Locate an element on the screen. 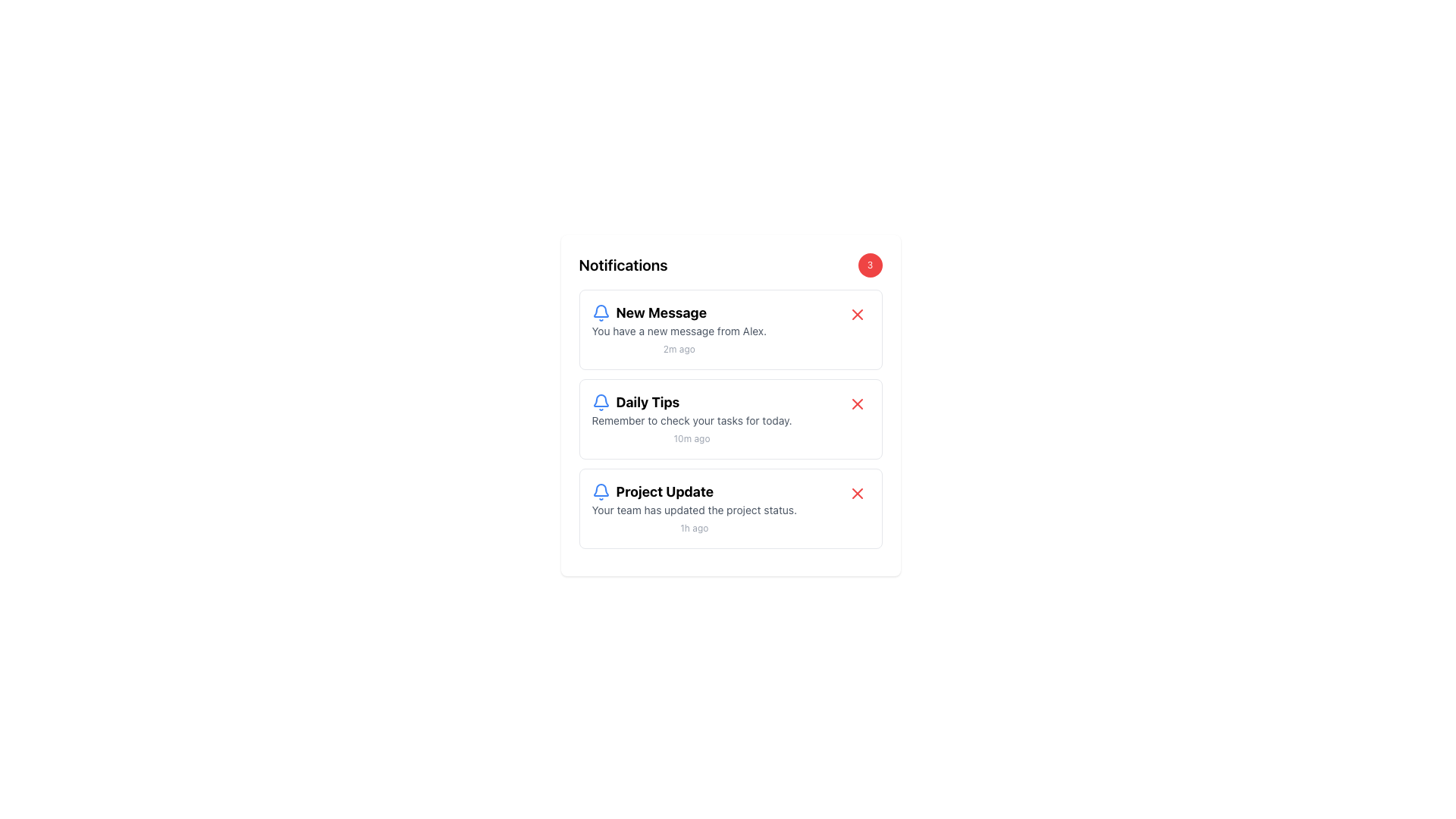 This screenshot has width=1456, height=819. the small circular red button with a central 'X' icon is located at coordinates (857, 314).